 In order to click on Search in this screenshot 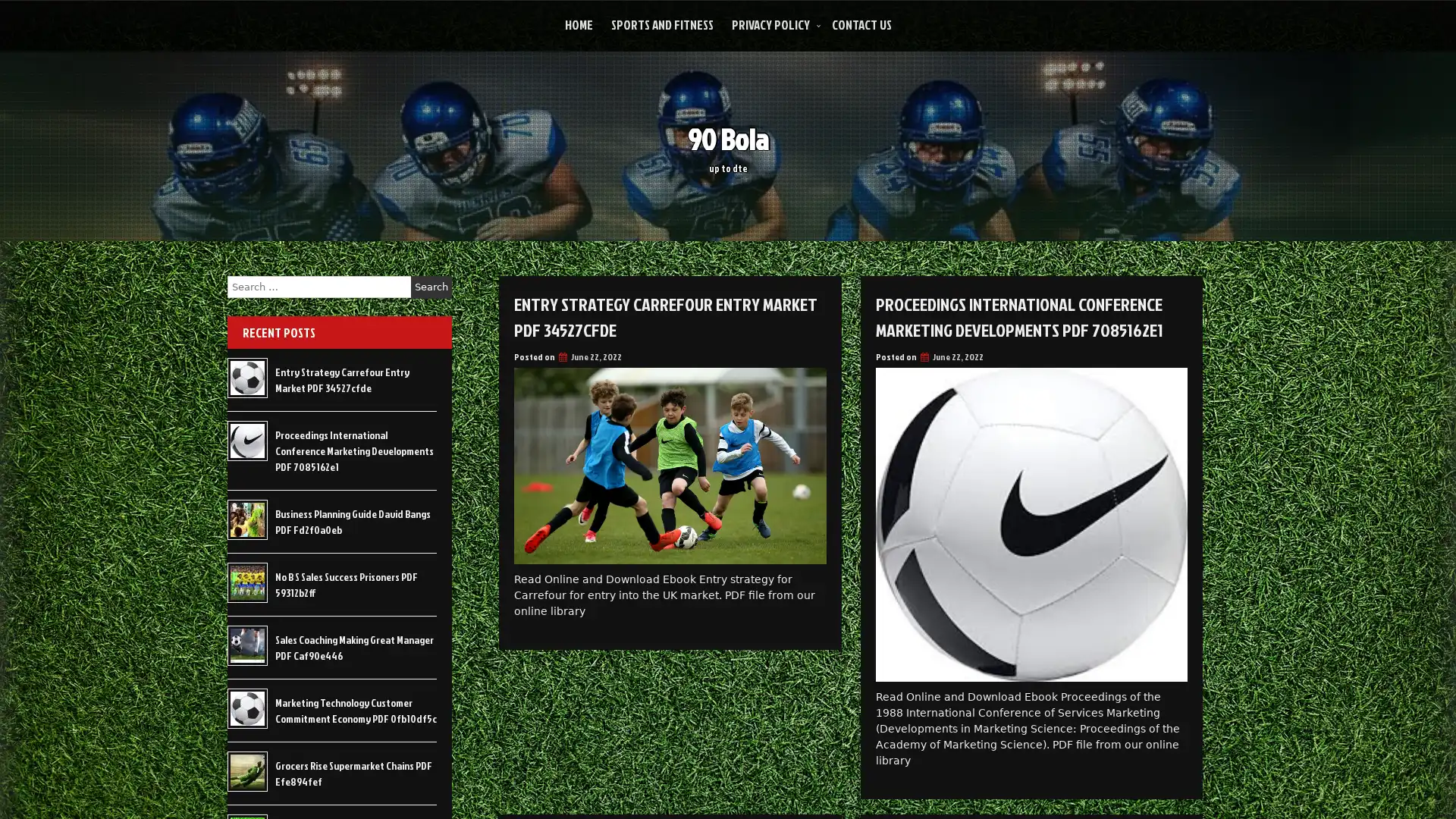, I will do `click(431, 287)`.